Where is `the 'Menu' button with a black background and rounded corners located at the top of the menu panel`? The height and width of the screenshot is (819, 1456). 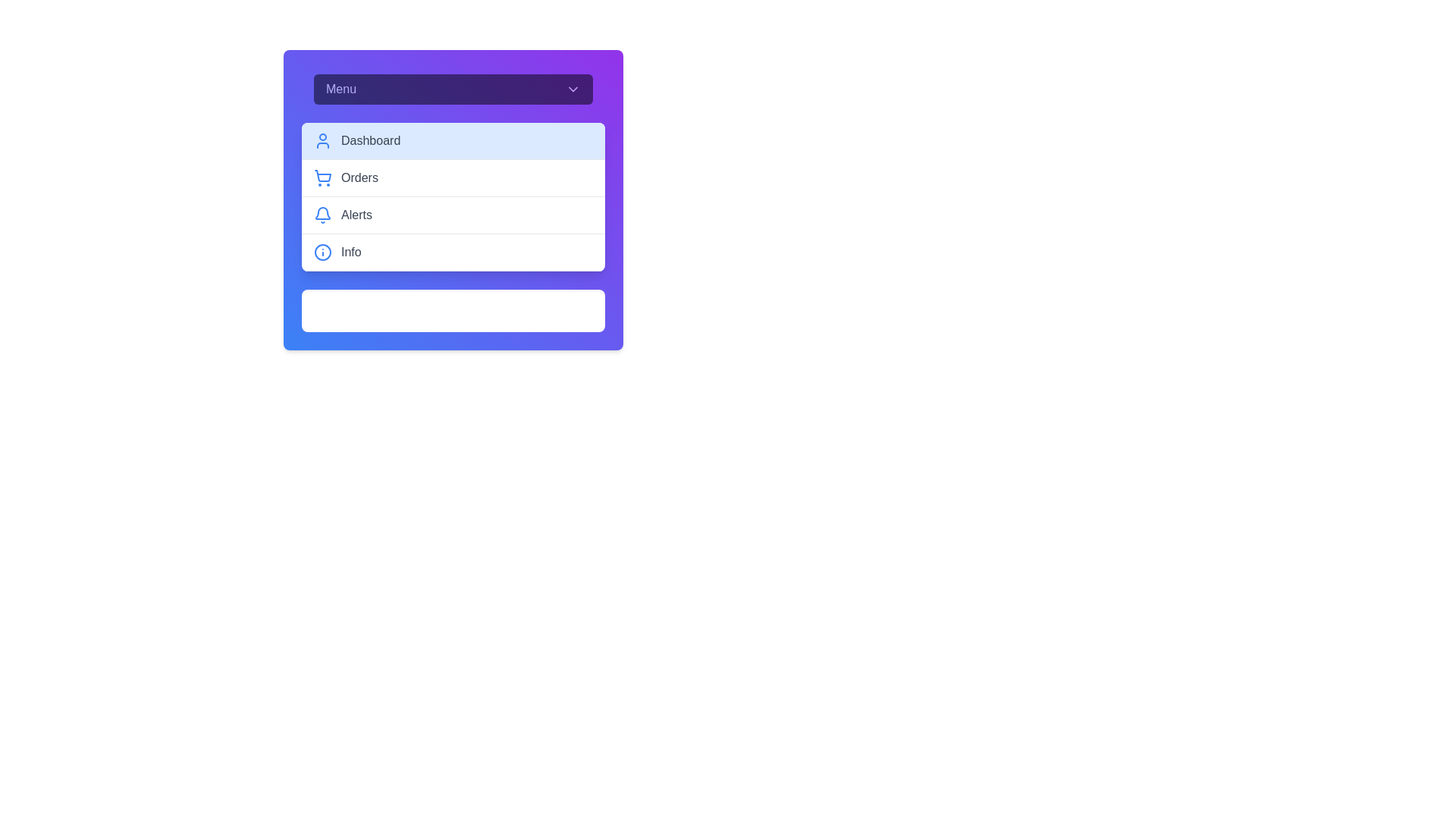
the 'Menu' button with a black background and rounded corners located at the top of the menu panel is located at coordinates (453, 89).